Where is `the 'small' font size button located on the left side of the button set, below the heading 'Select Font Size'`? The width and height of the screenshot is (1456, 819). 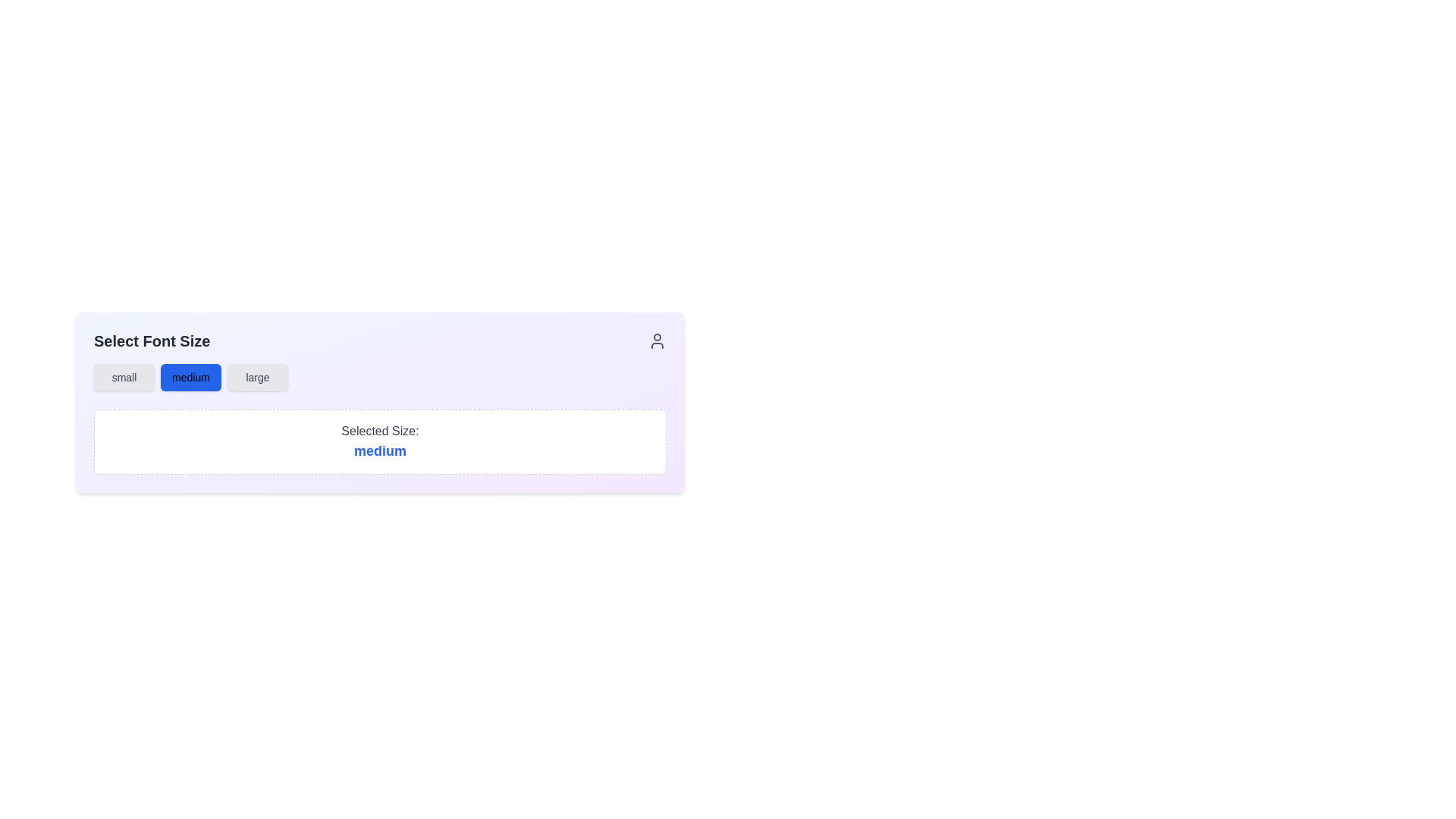
the 'small' font size button located on the left side of the button set, below the heading 'Select Font Size' is located at coordinates (124, 376).